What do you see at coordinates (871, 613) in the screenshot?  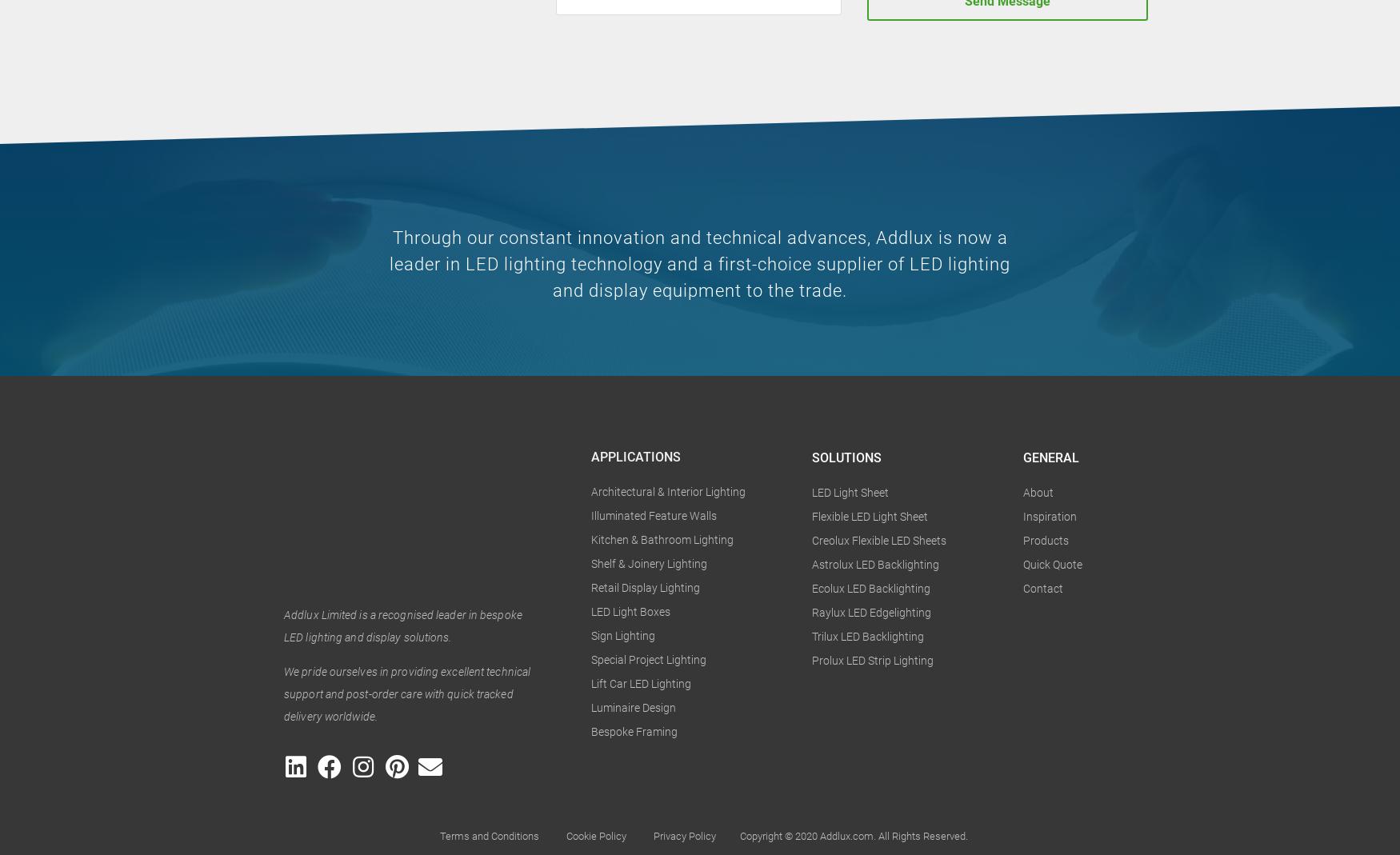 I see `'Raylux LED Edgelighting'` at bounding box center [871, 613].